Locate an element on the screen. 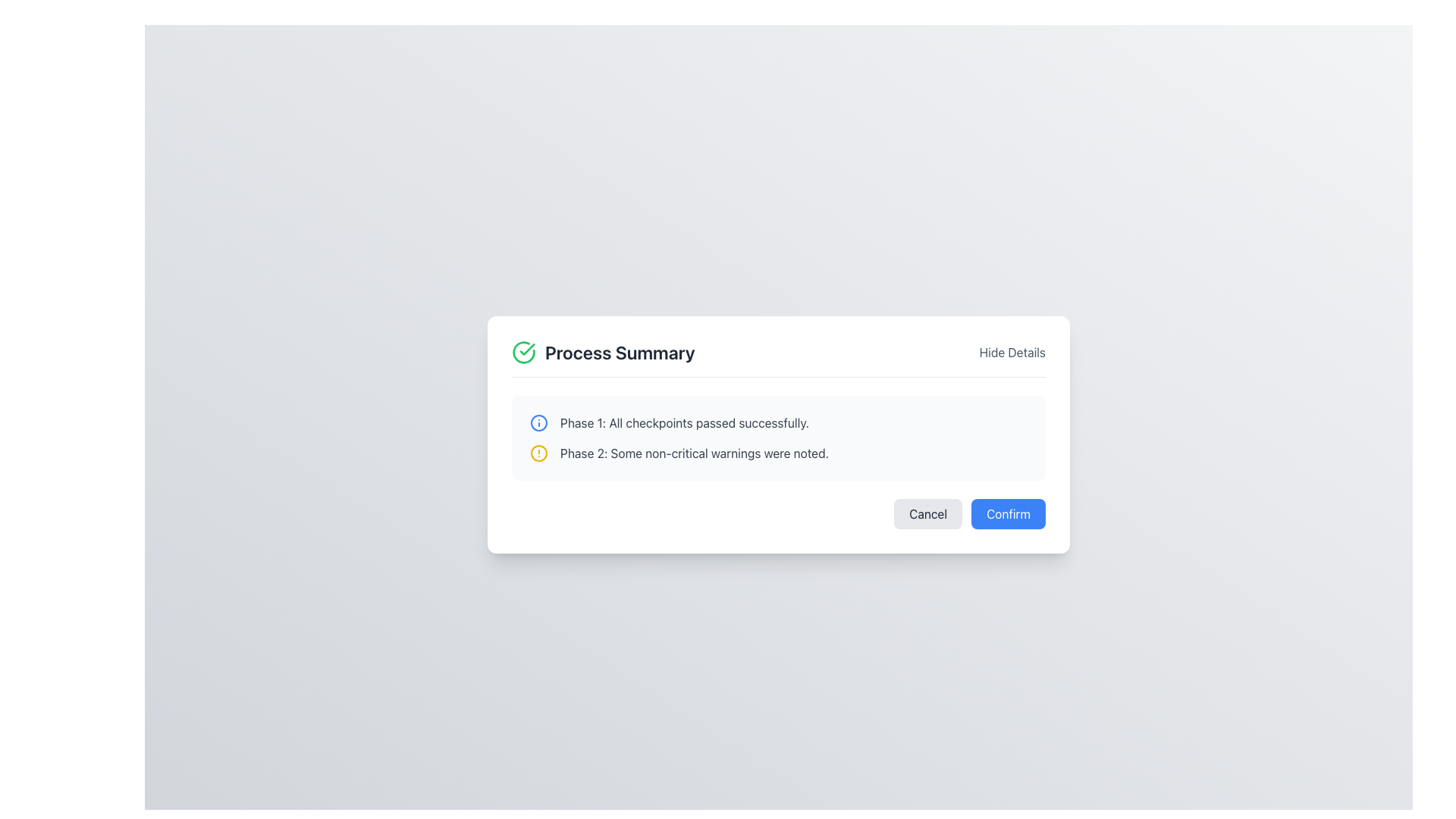  the 'Process Summary' text label is located at coordinates (620, 352).